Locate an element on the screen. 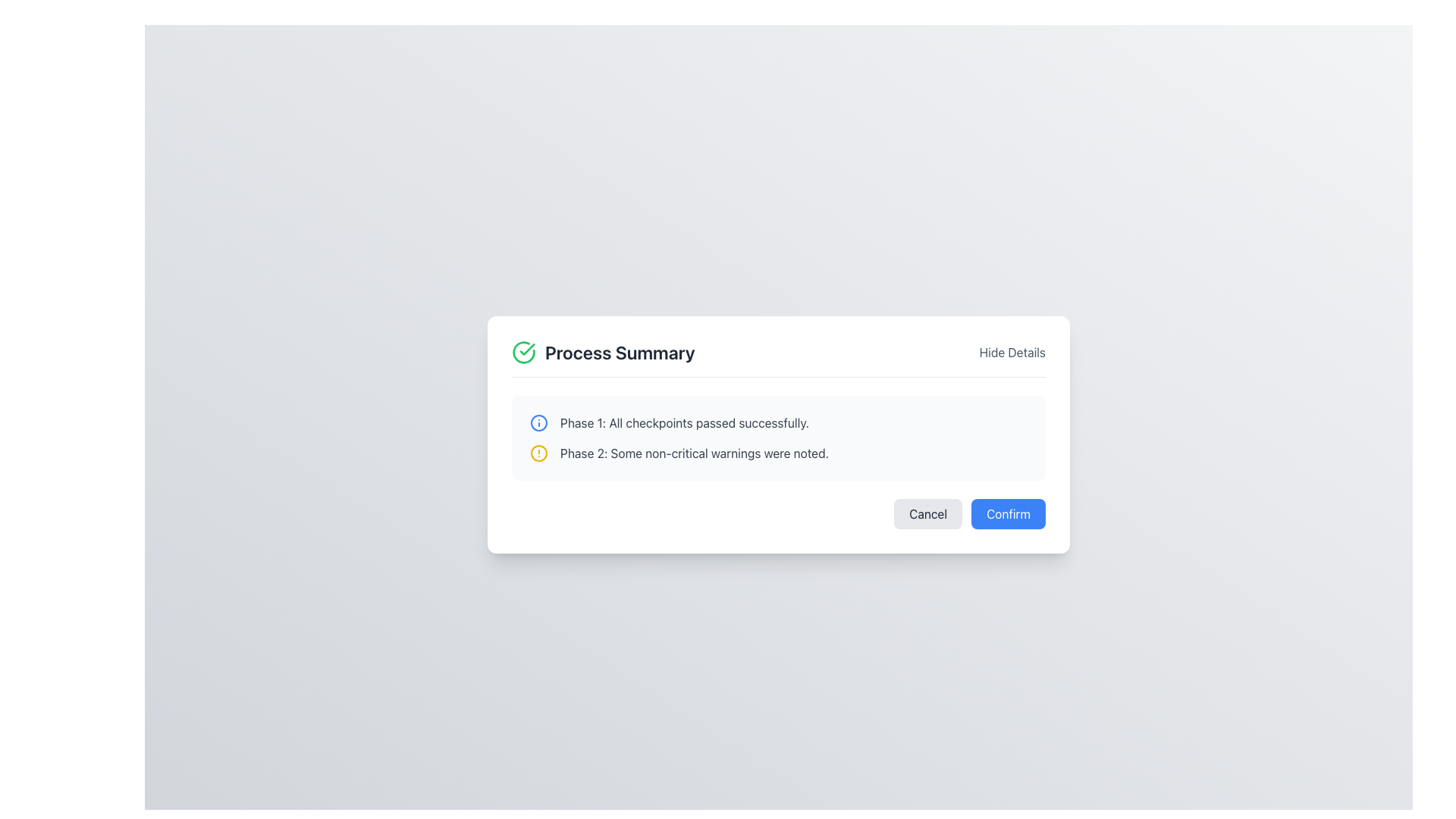  the 'Process Summary' text label is located at coordinates (620, 352).